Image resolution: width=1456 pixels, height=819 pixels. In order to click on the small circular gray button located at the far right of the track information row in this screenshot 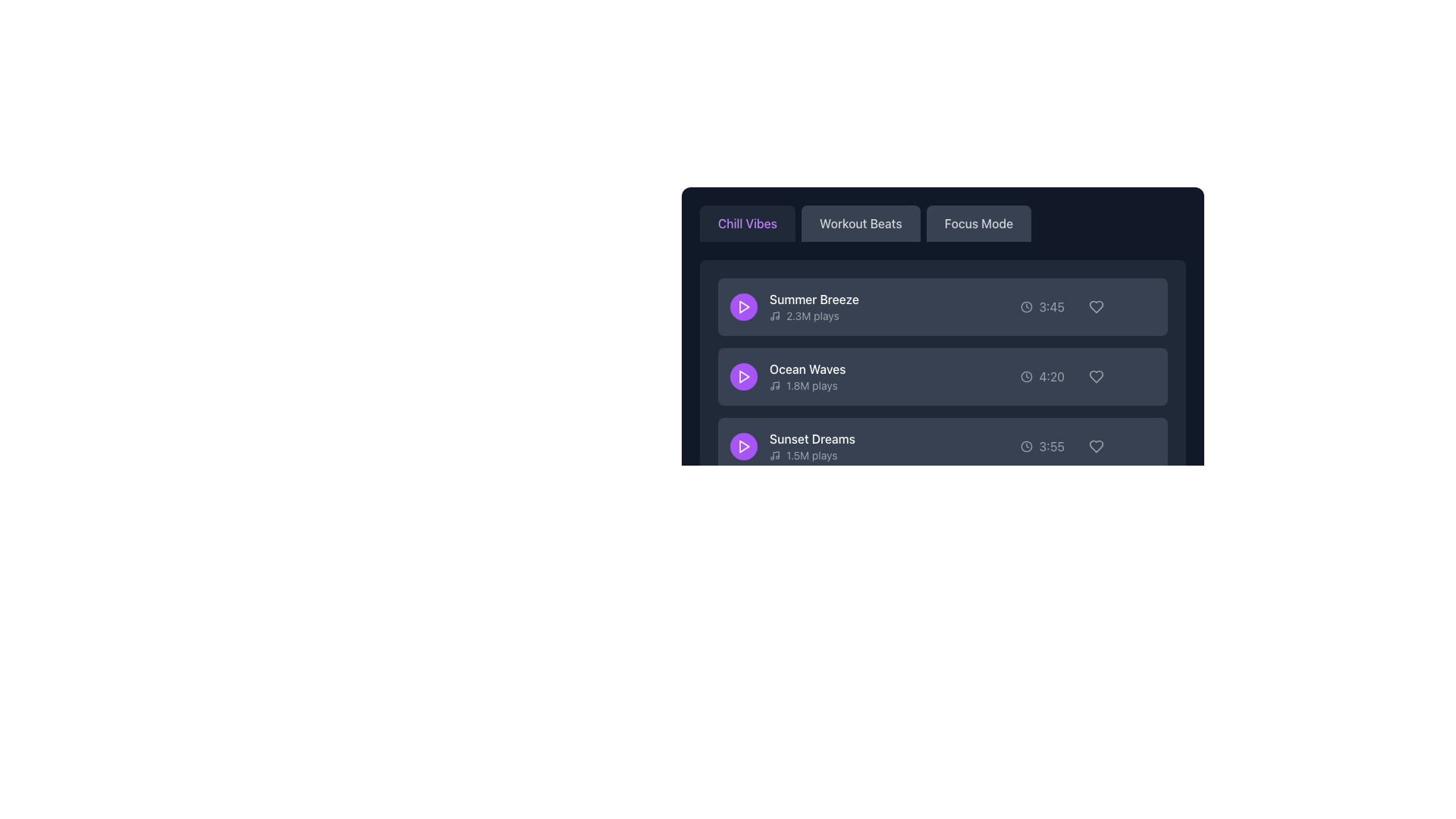, I will do `click(1142, 446)`.